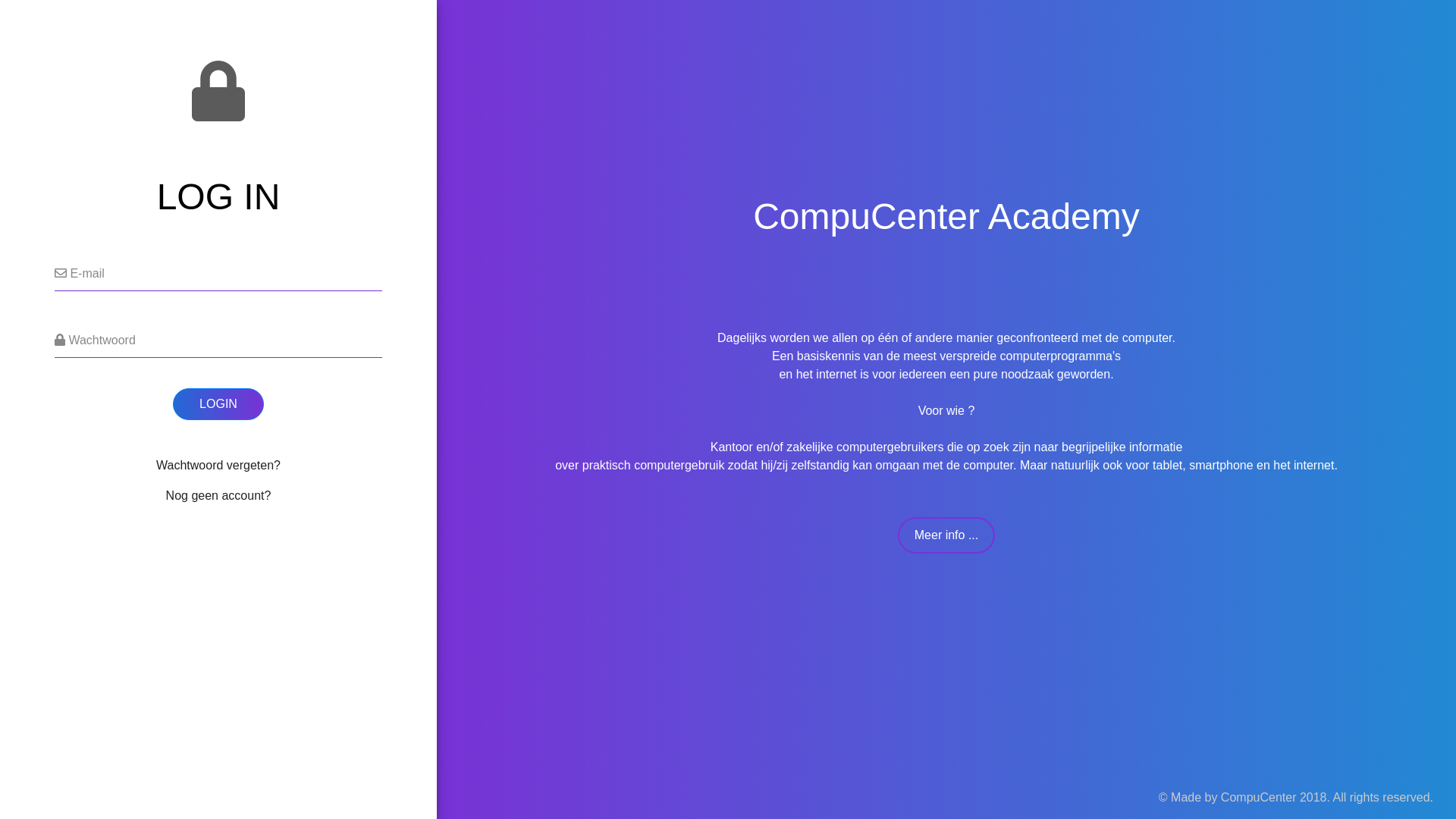  Describe the element at coordinates (218, 403) in the screenshot. I see `'LOGIN'` at that location.